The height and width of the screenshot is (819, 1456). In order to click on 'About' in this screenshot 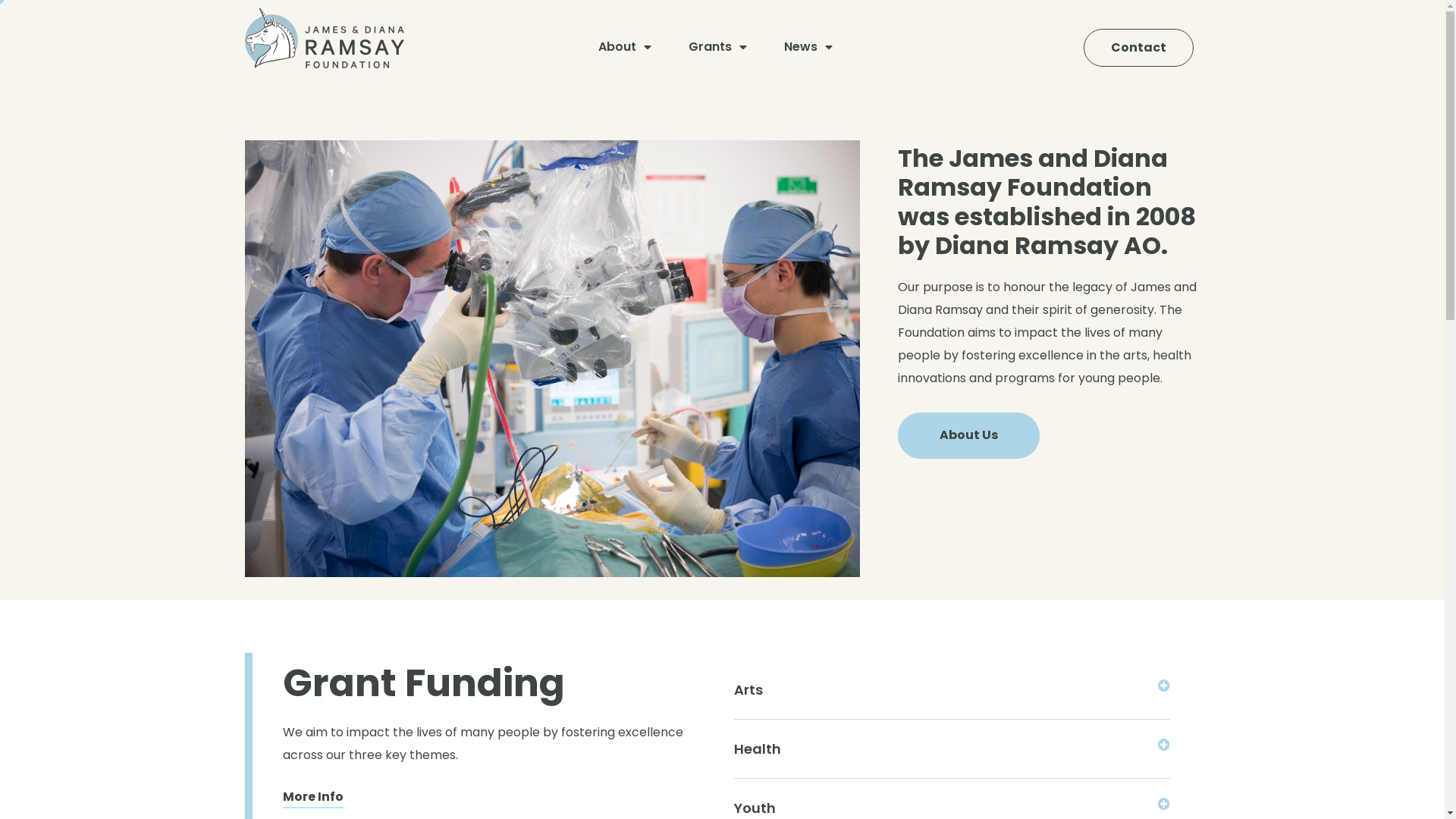, I will do `click(597, 45)`.